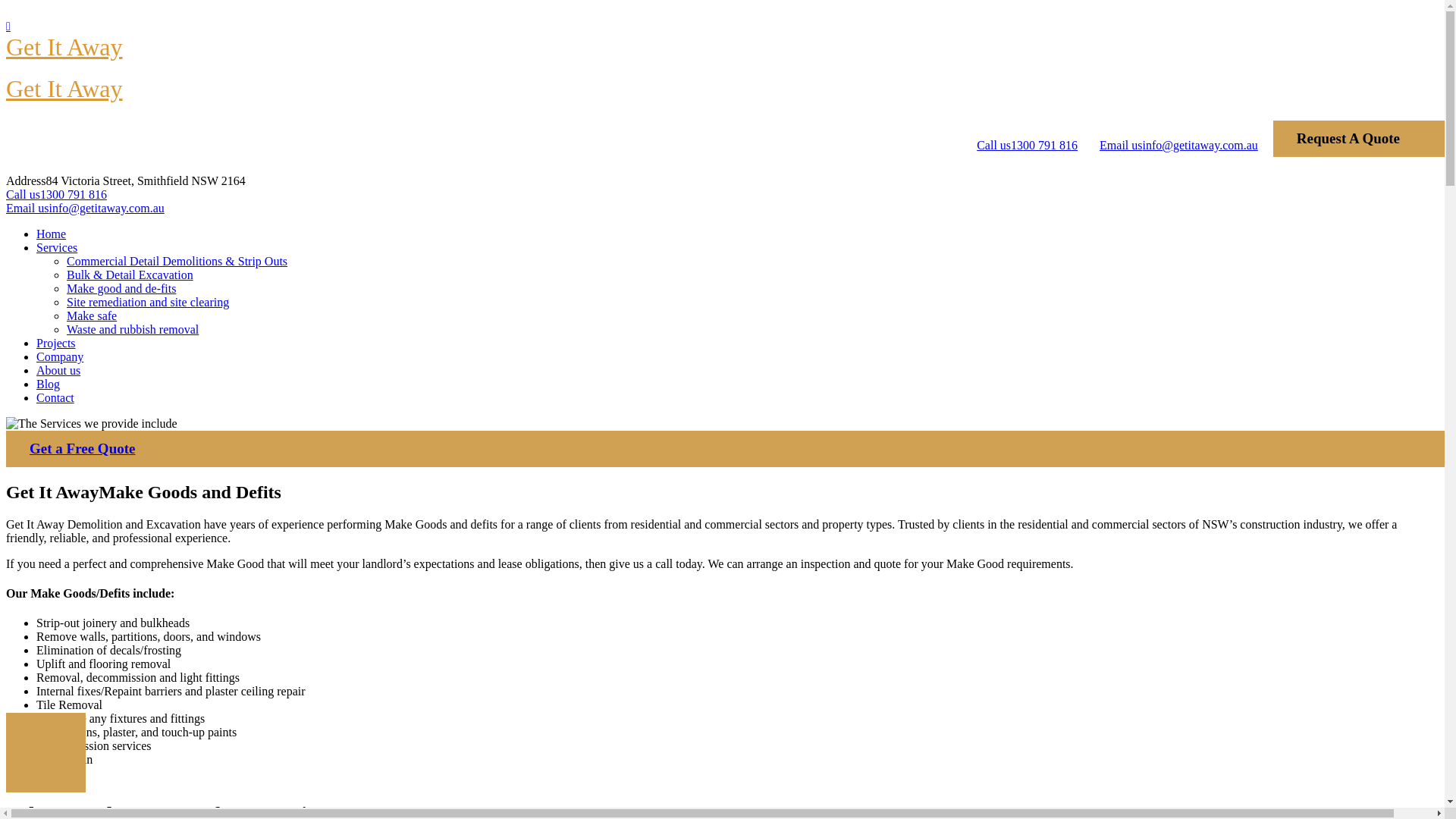 The image size is (1456, 819). I want to click on 'The Services we provide include', so click(90, 424).